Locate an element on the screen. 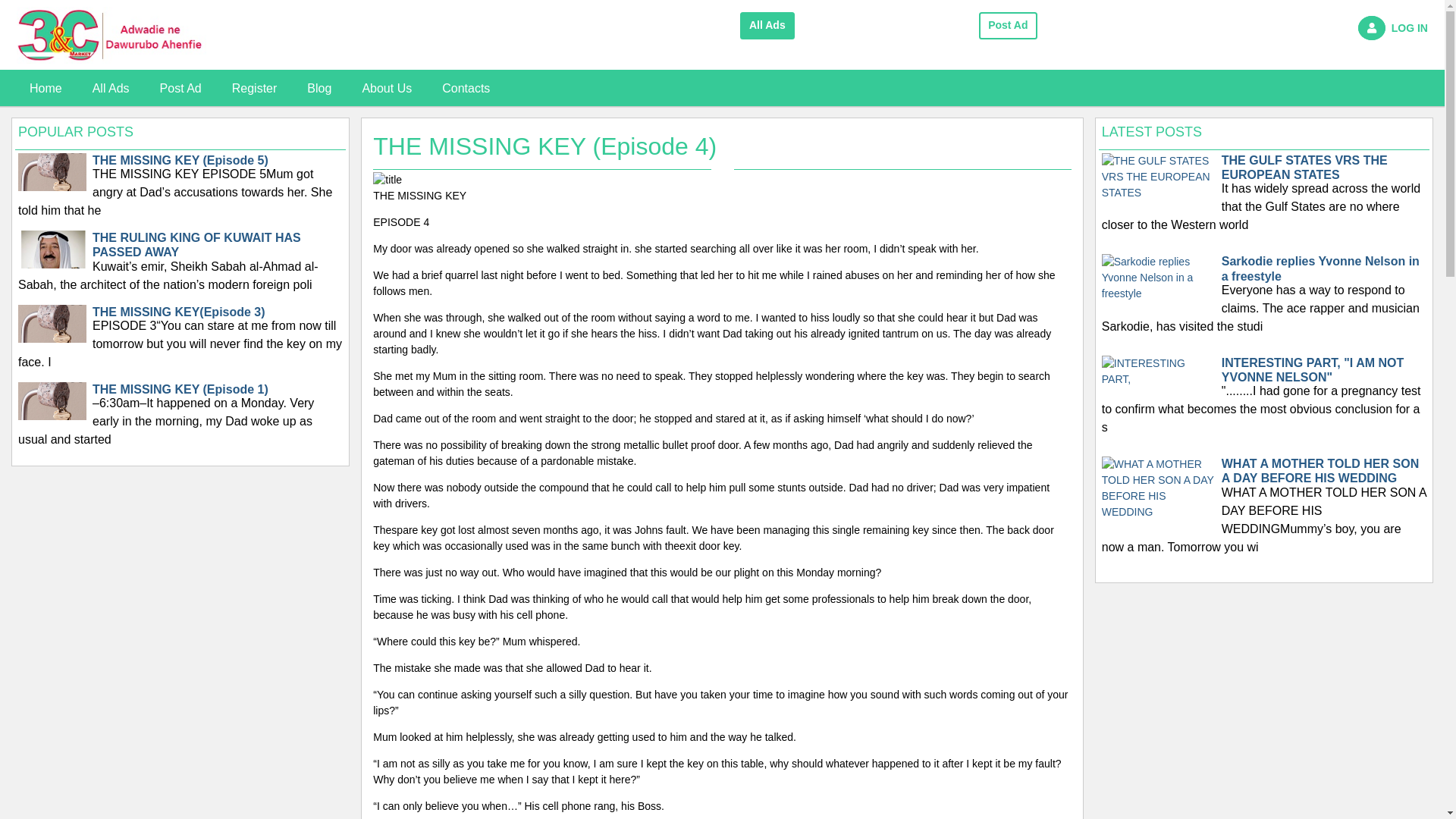  'INTERESTING PART, ' is located at coordinates (1157, 371).